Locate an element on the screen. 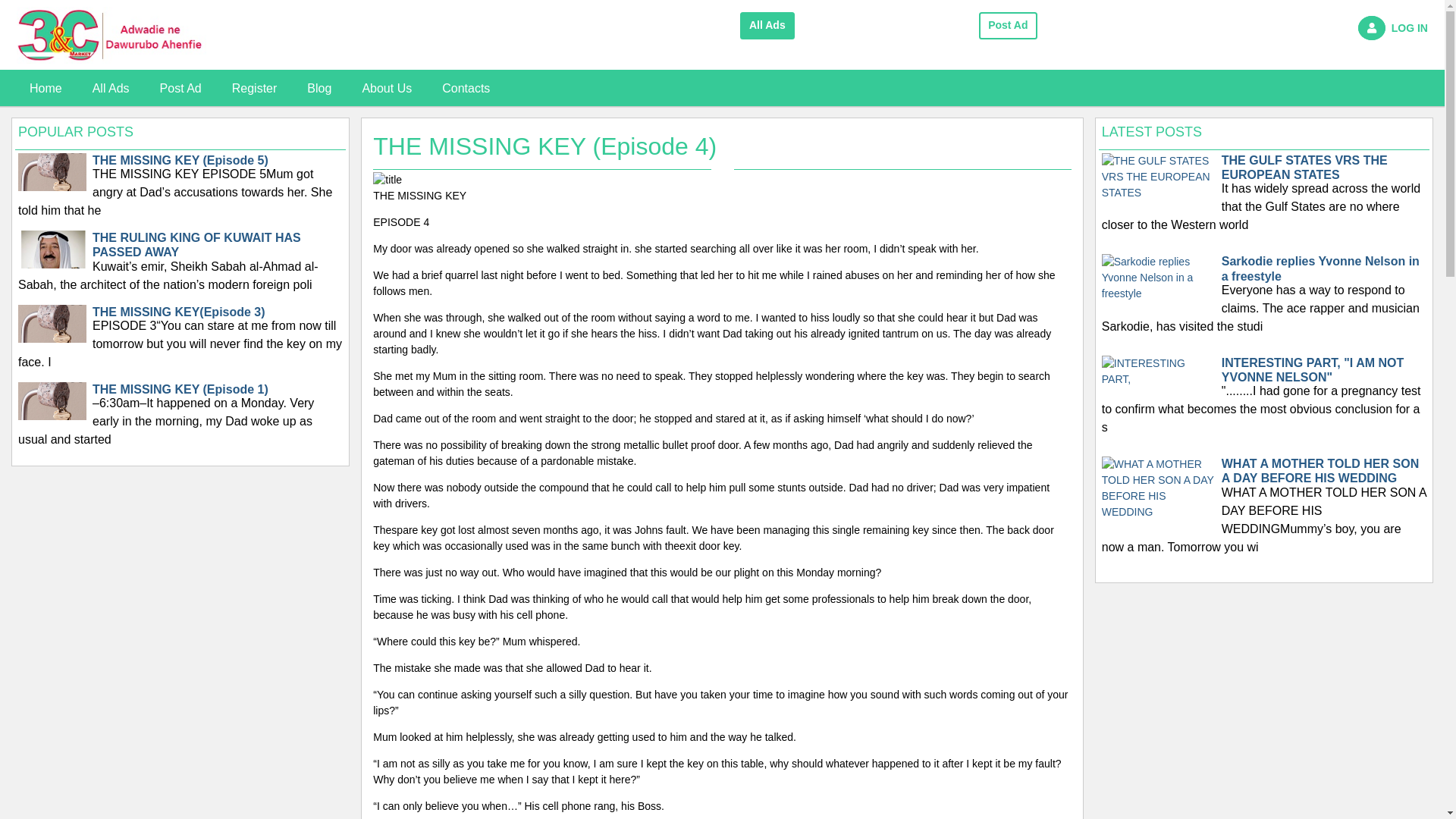  'INTERESTING PART, ' is located at coordinates (1157, 371).